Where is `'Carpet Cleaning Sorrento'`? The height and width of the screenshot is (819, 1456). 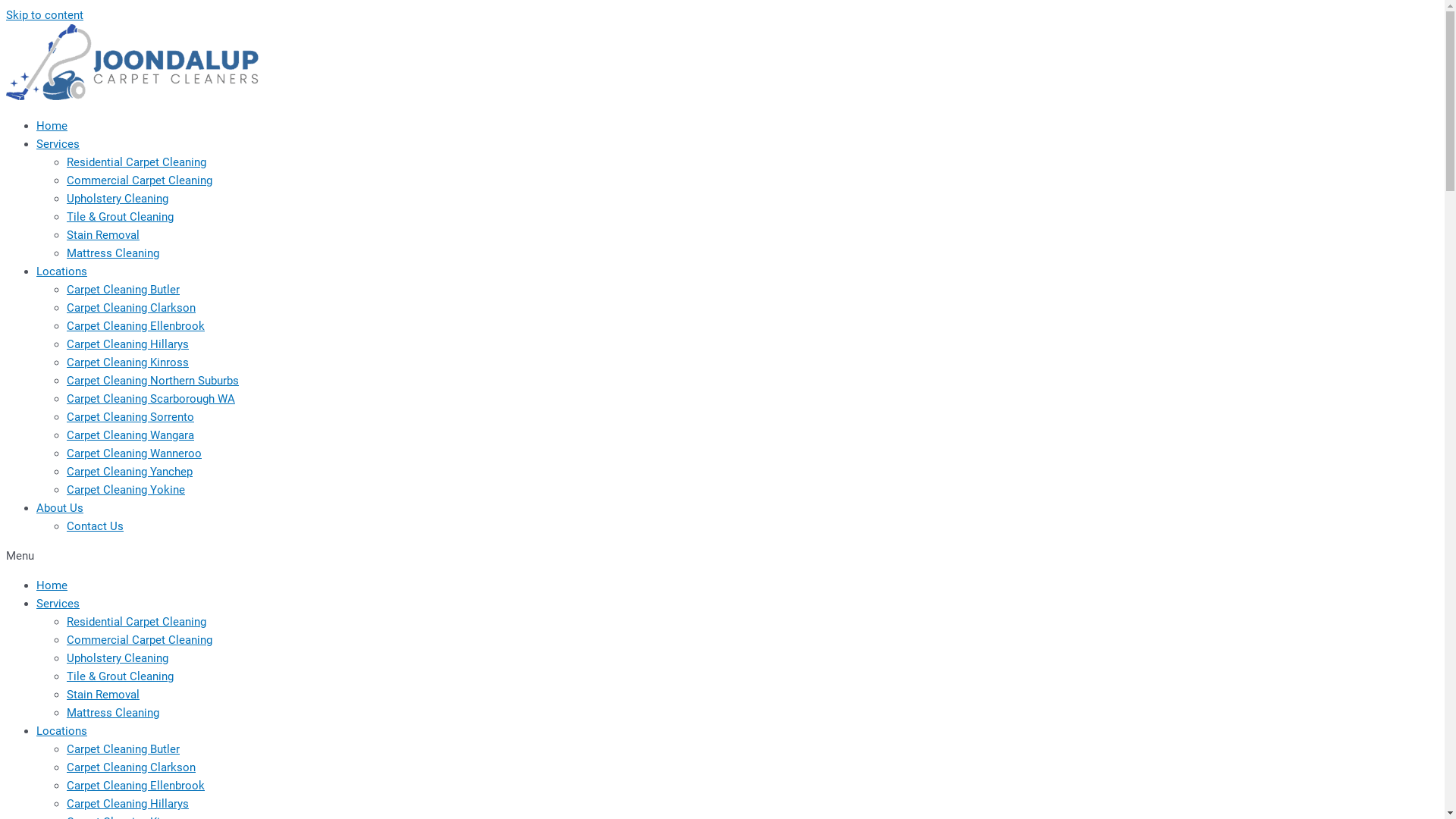
'Carpet Cleaning Sorrento' is located at coordinates (130, 417).